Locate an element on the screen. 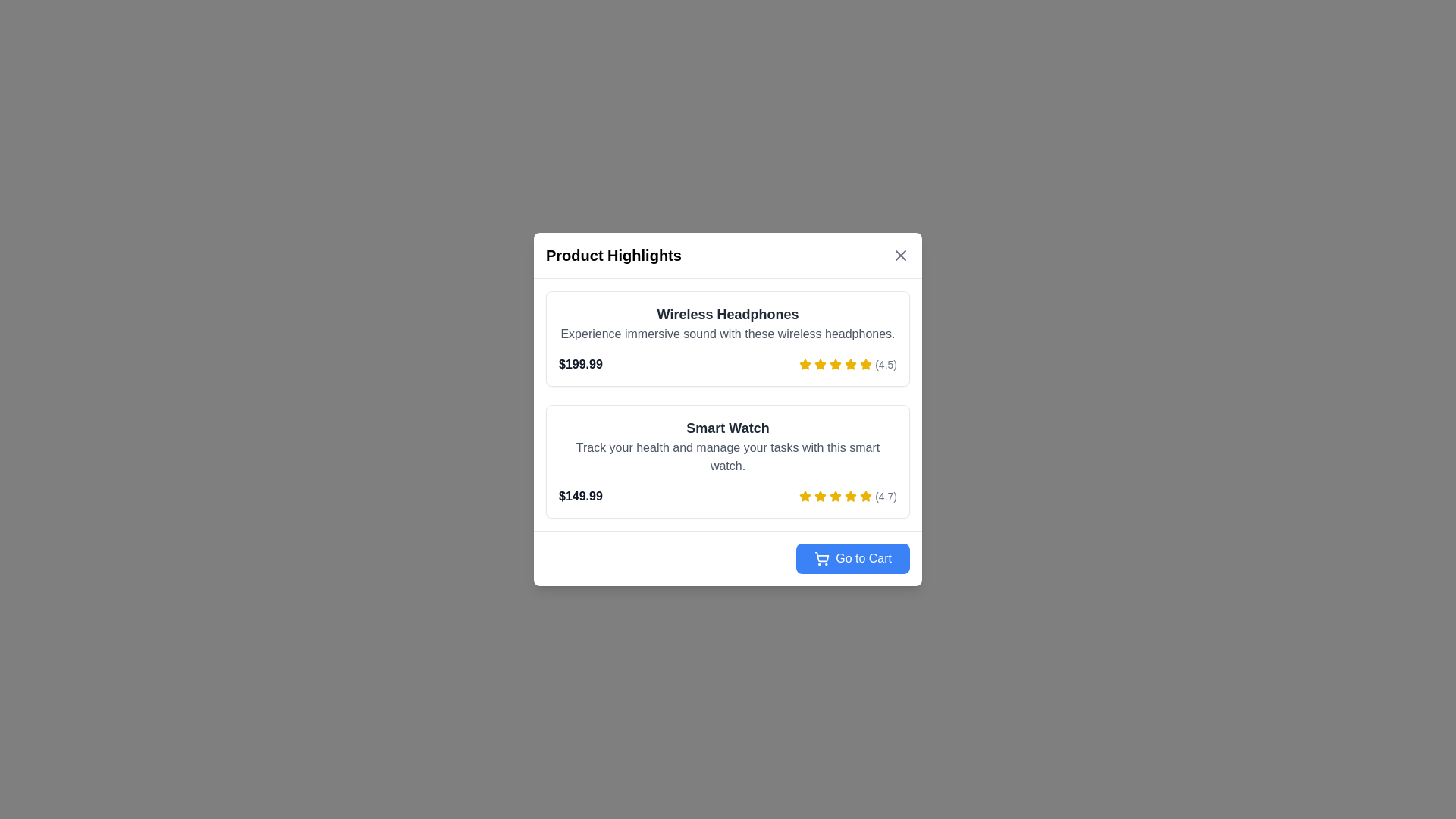  the first star icon in the rating system, which is styled with a golden yellow fill and located in the second row of the product highlights section is located at coordinates (835, 364).